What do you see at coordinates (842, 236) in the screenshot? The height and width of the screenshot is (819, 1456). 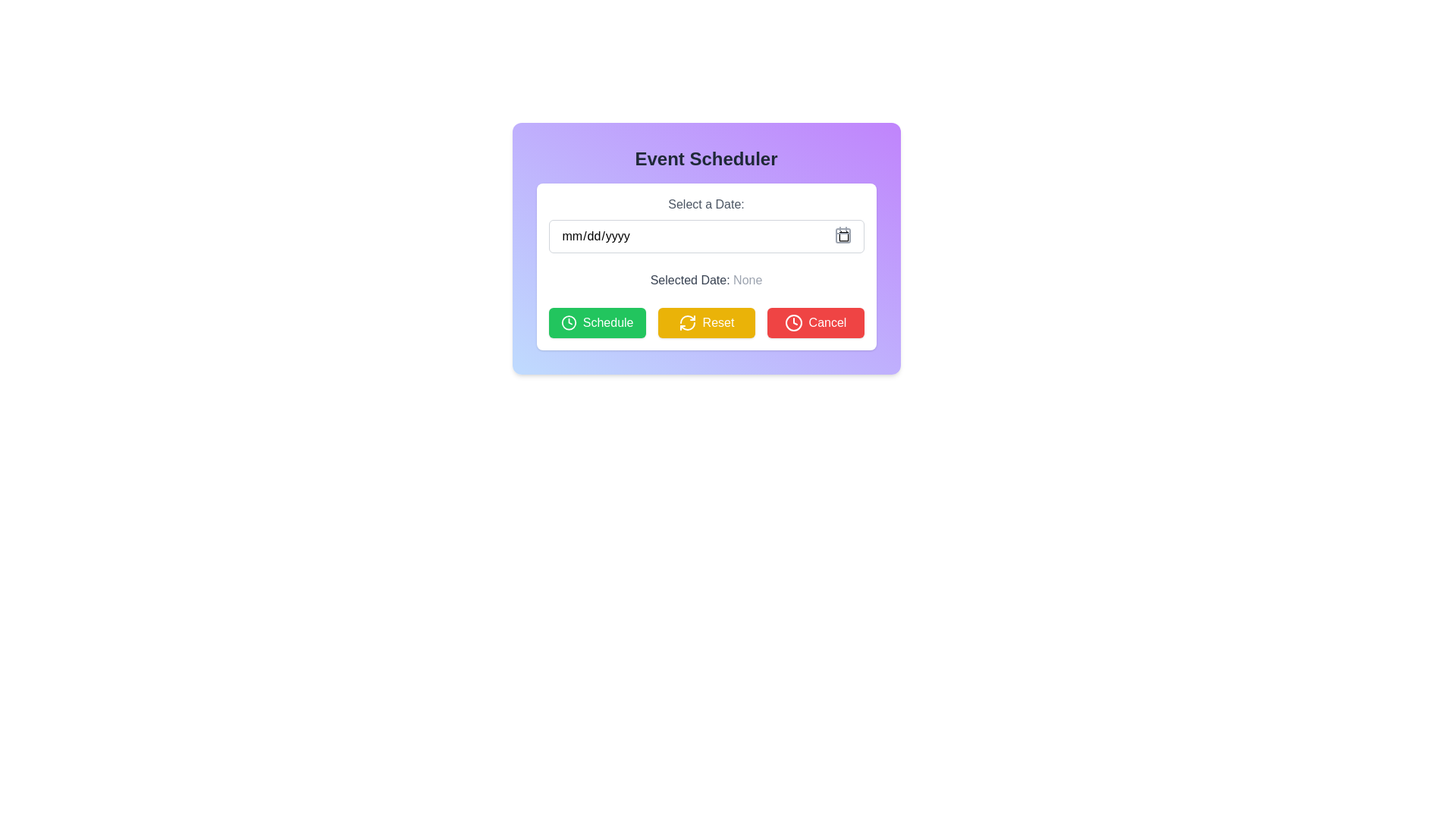 I see `the calendar icon element which serves as a button` at bounding box center [842, 236].